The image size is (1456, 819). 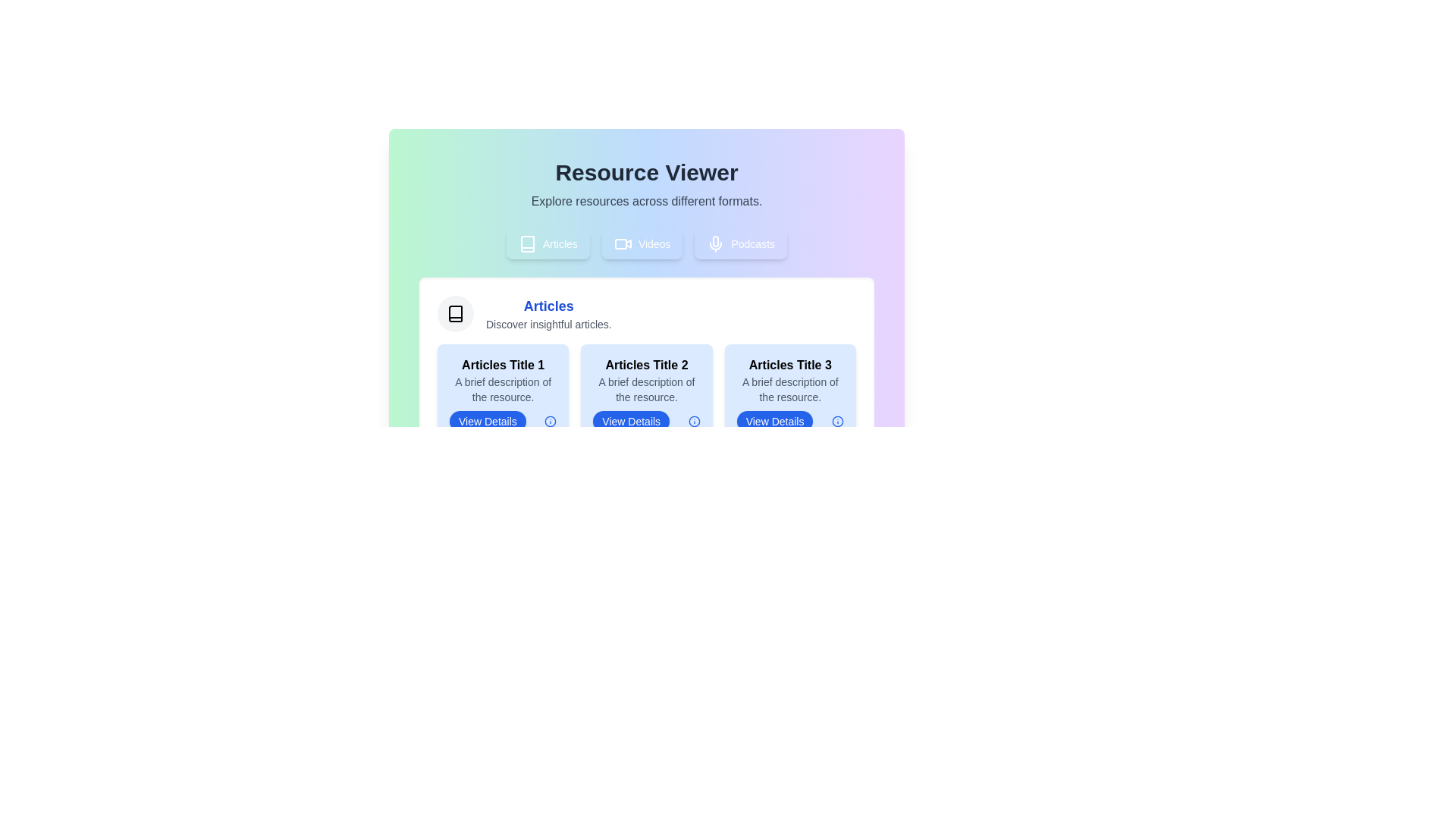 What do you see at coordinates (631, 421) in the screenshot?
I see `the blue rectangular button labeled 'View Details' with rounded corners to observe its hover effects` at bounding box center [631, 421].